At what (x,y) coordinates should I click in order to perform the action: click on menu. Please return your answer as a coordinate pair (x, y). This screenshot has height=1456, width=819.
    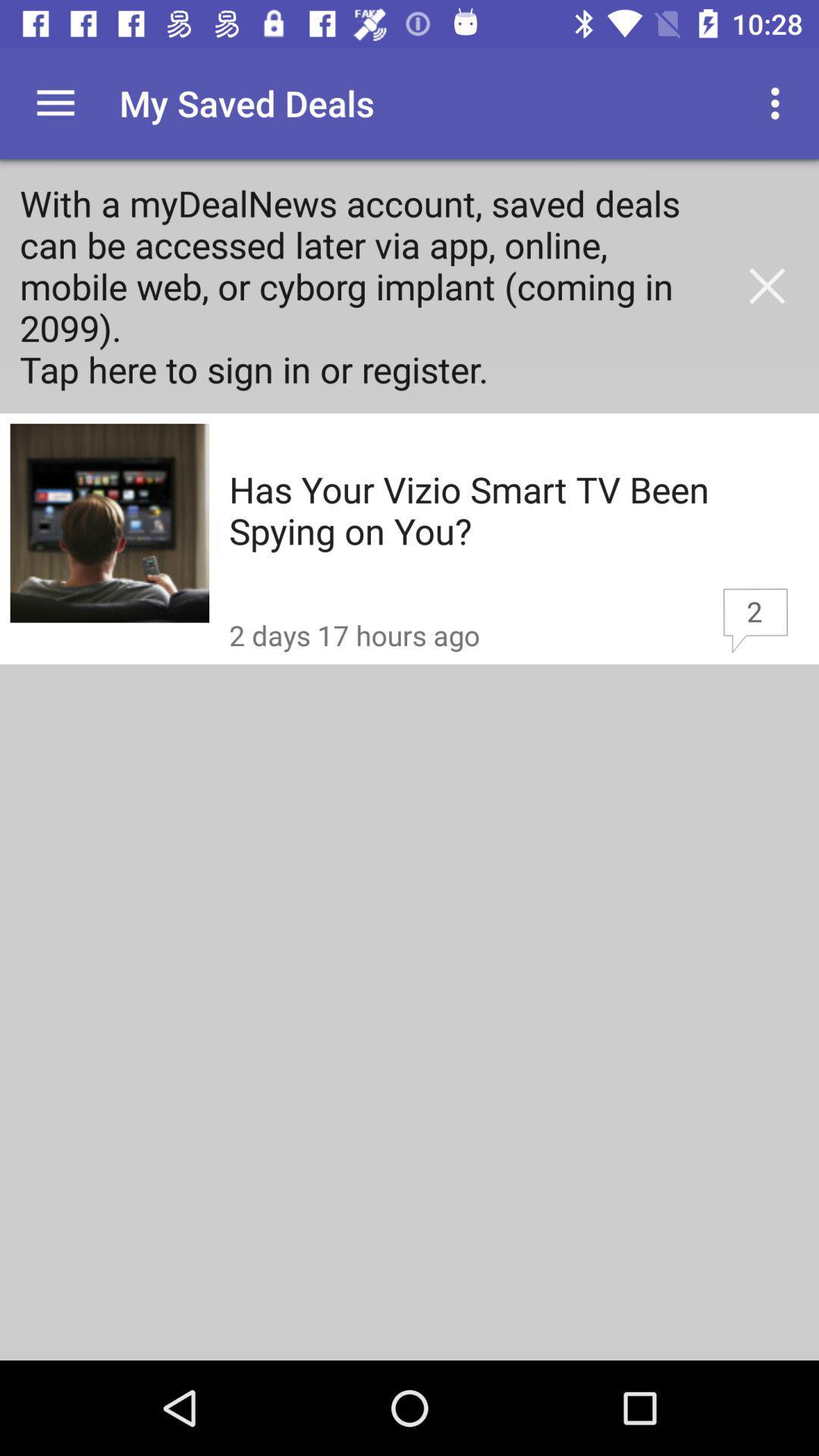
    Looking at the image, I should click on (55, 102).